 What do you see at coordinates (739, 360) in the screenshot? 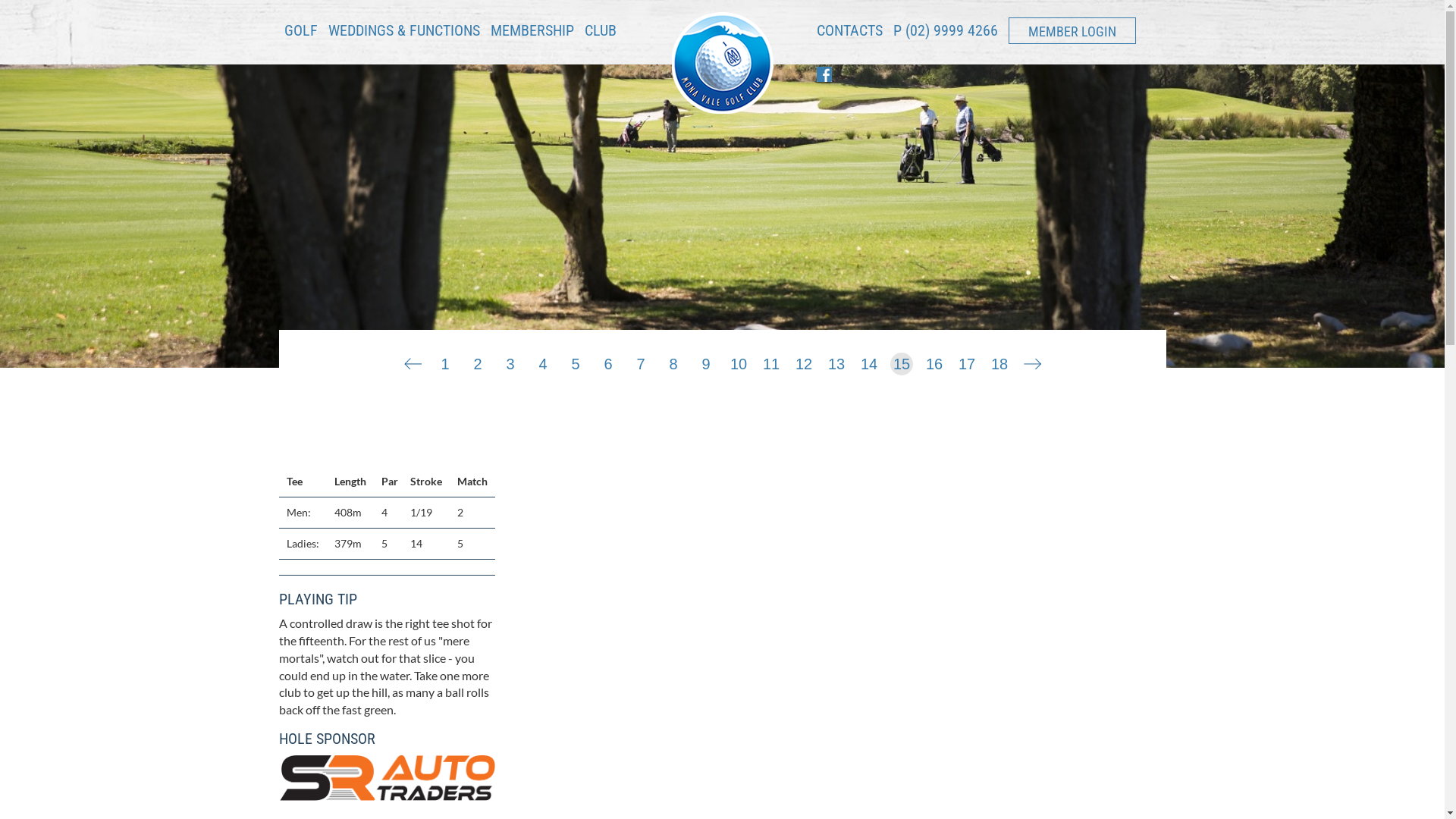
I see `'10'` at bounding box center [739, 360].